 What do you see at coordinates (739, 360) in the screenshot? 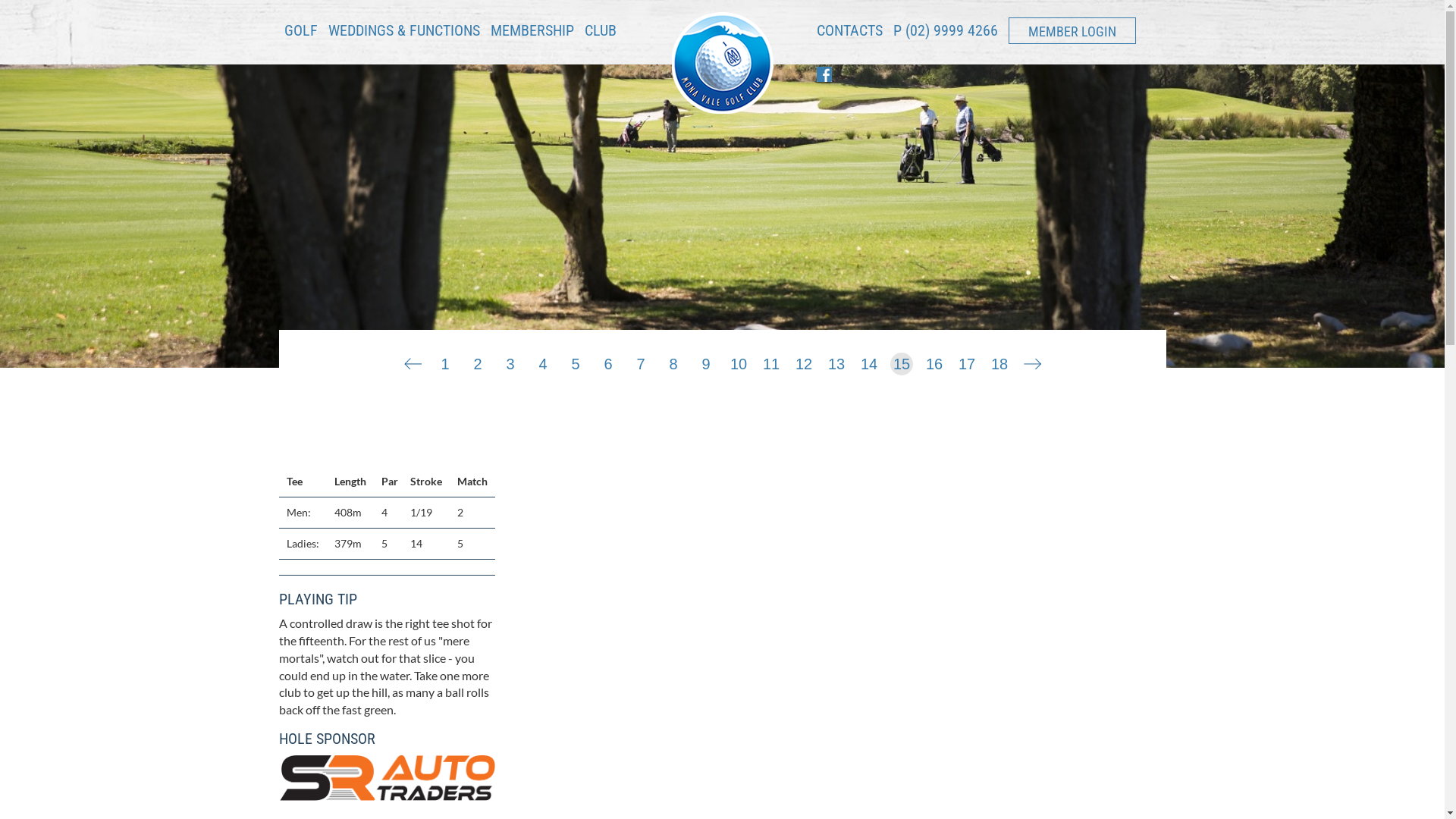
I see `'10'` at bounding box center [739, 360].